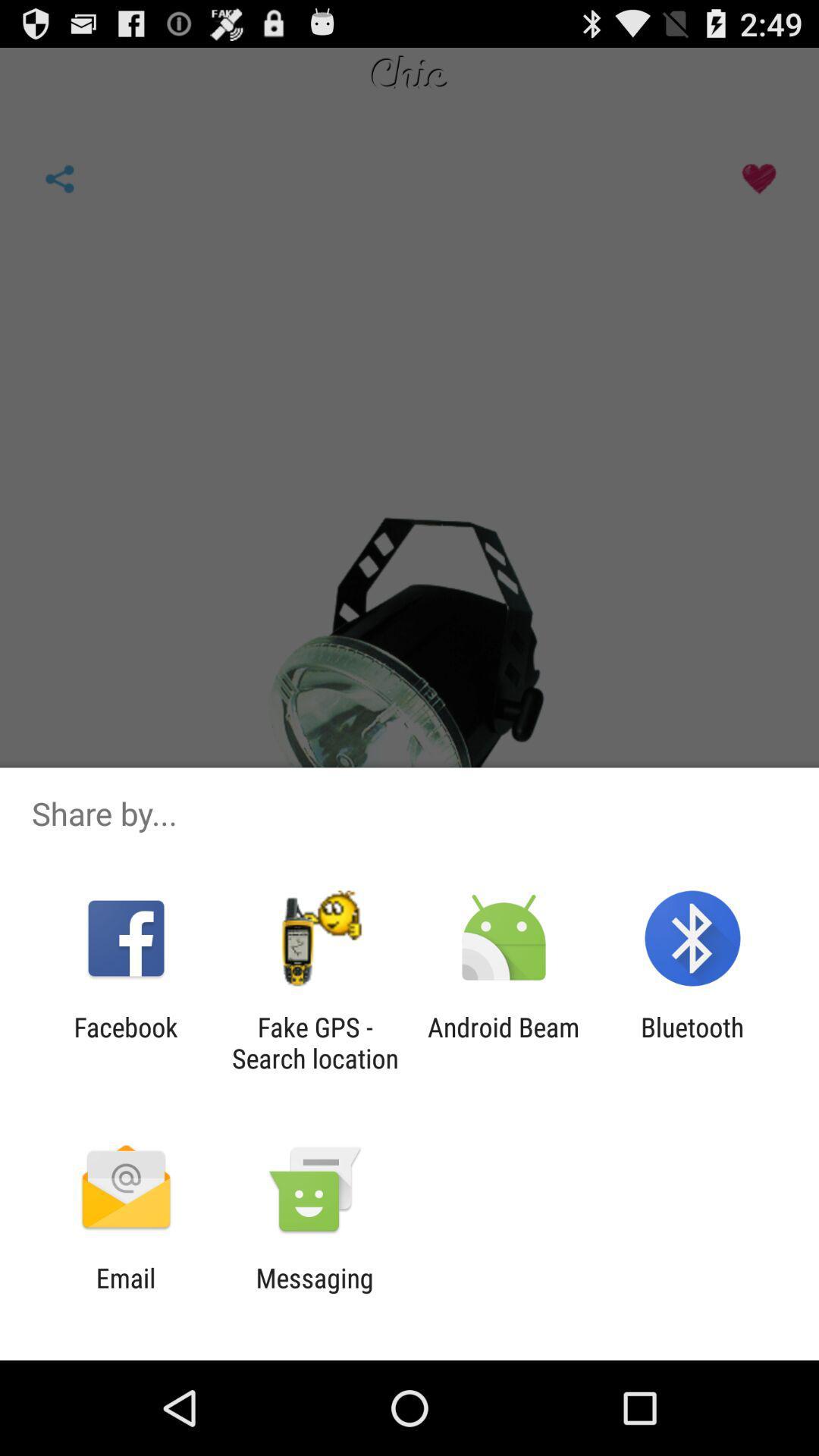 The image size is (819, 1456). I want to click on icon to the left of messaging app, so click(125, 1293).